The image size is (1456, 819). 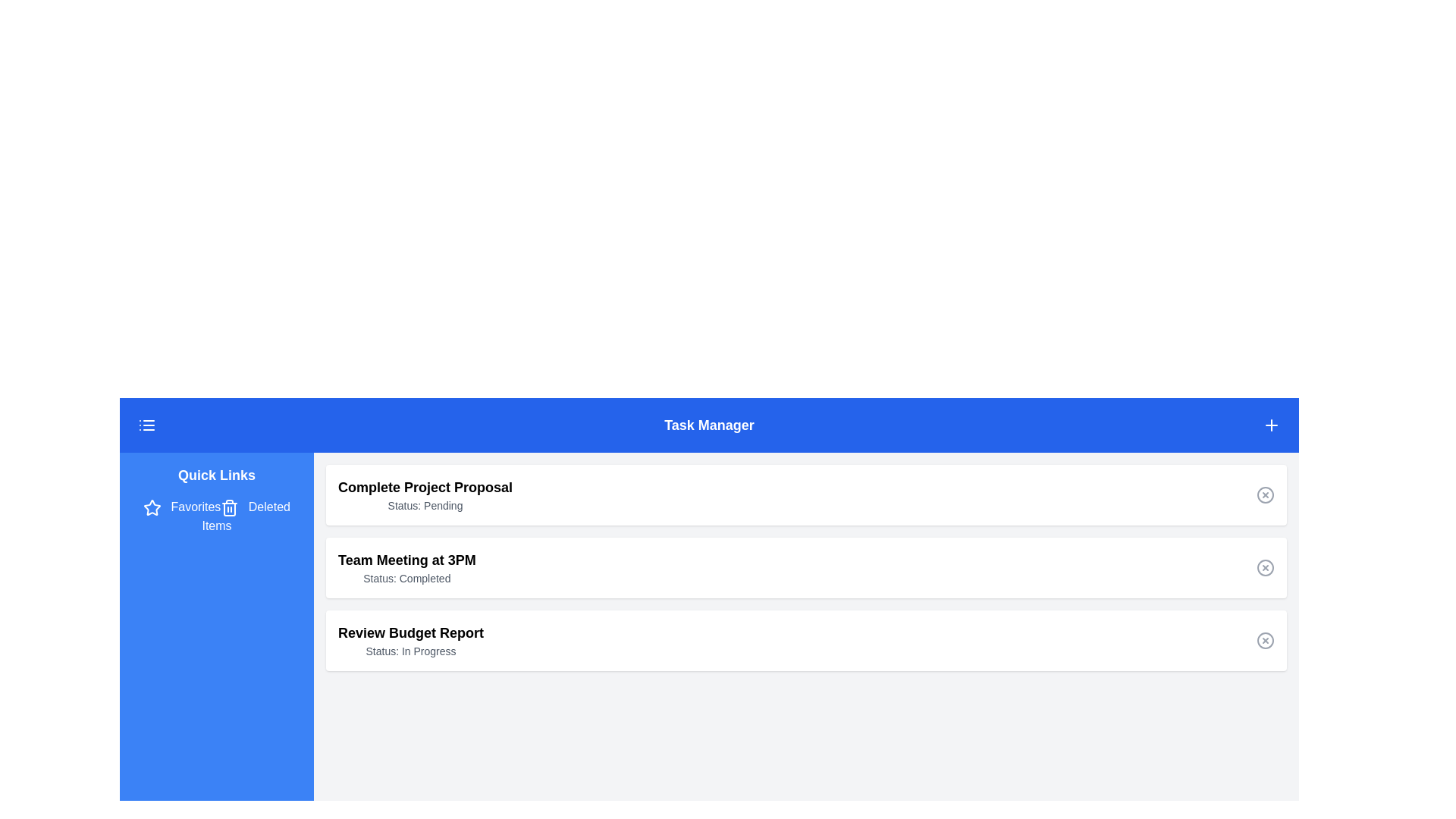 What do you see at coordinates (411, 640) in the screenshot?
I see `the text block displaying the title 'Review Budget Report' and status 'Status: In Progress', which is the third item in a vertical list of task entries` at bounding box center [411, 640].